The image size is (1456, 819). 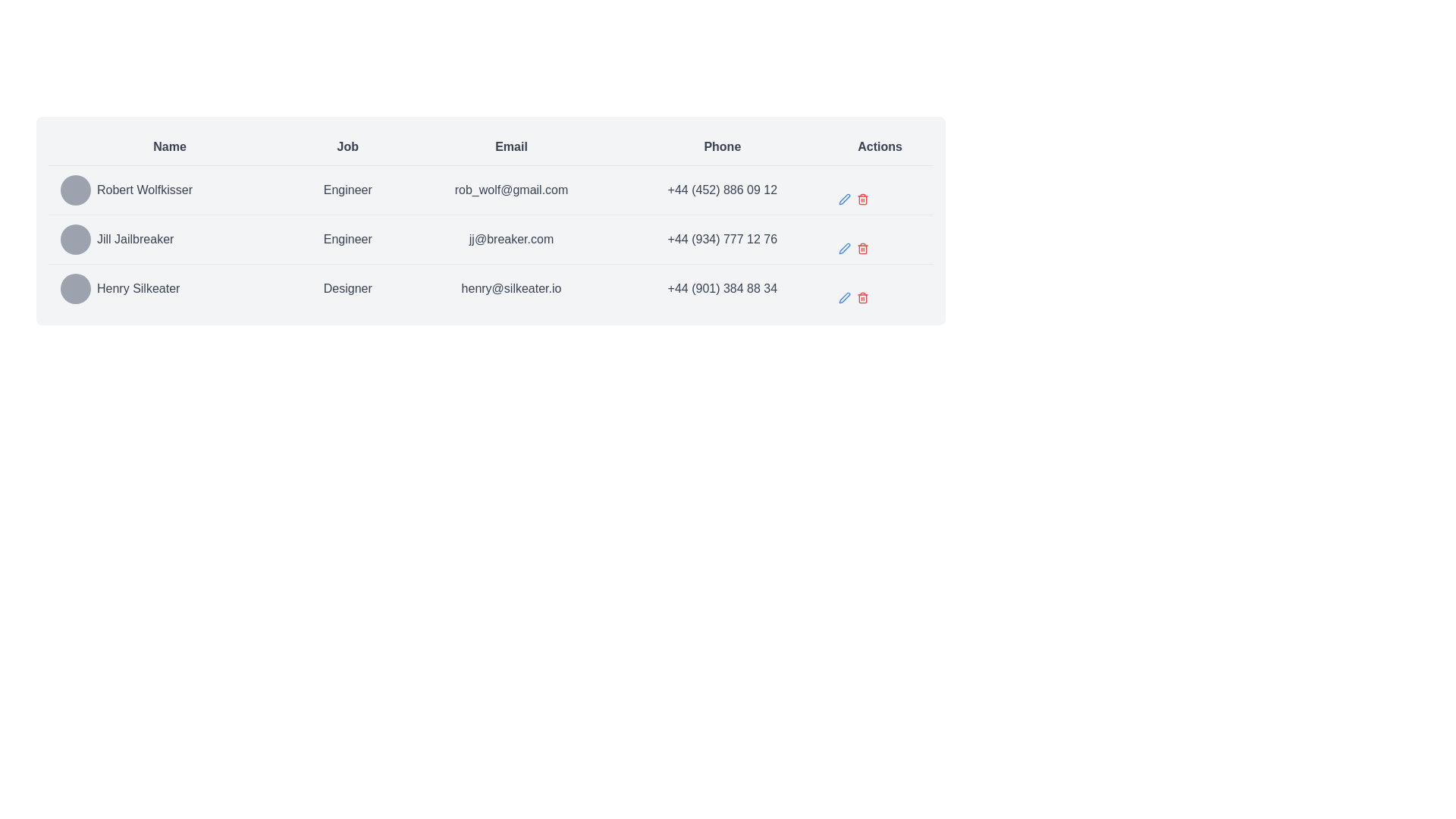 What do you see at coordinates (880, 147) in the screenshot?
I see `the 'Actions' text label, which is styled in a bold font, located at the right side of the table header row, adjacent to the 'Phone' header` at bounding box center [880, 147].